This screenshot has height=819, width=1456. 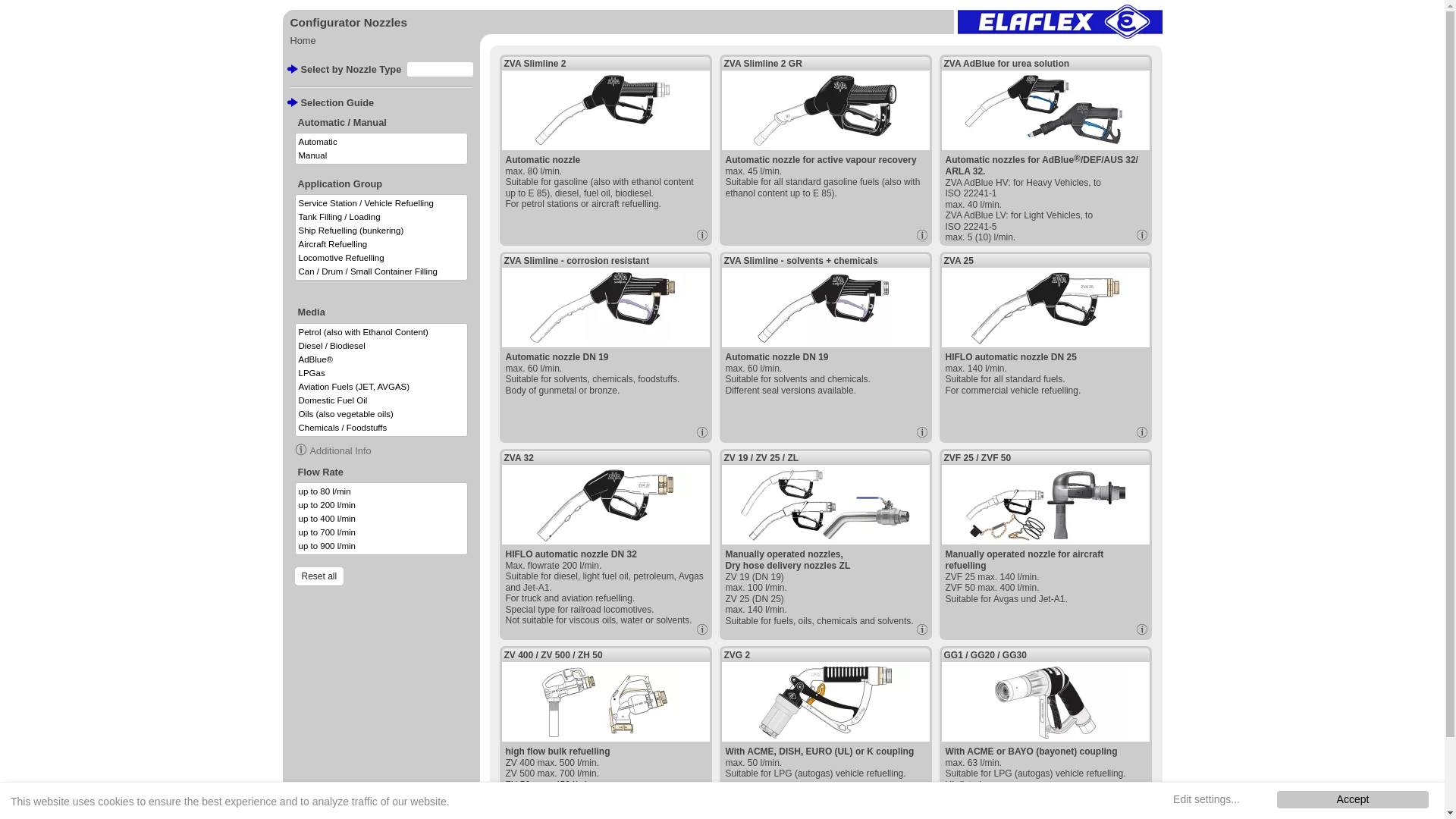 I want to click on 'up to 900 l/min', so click(x=381, y=546).